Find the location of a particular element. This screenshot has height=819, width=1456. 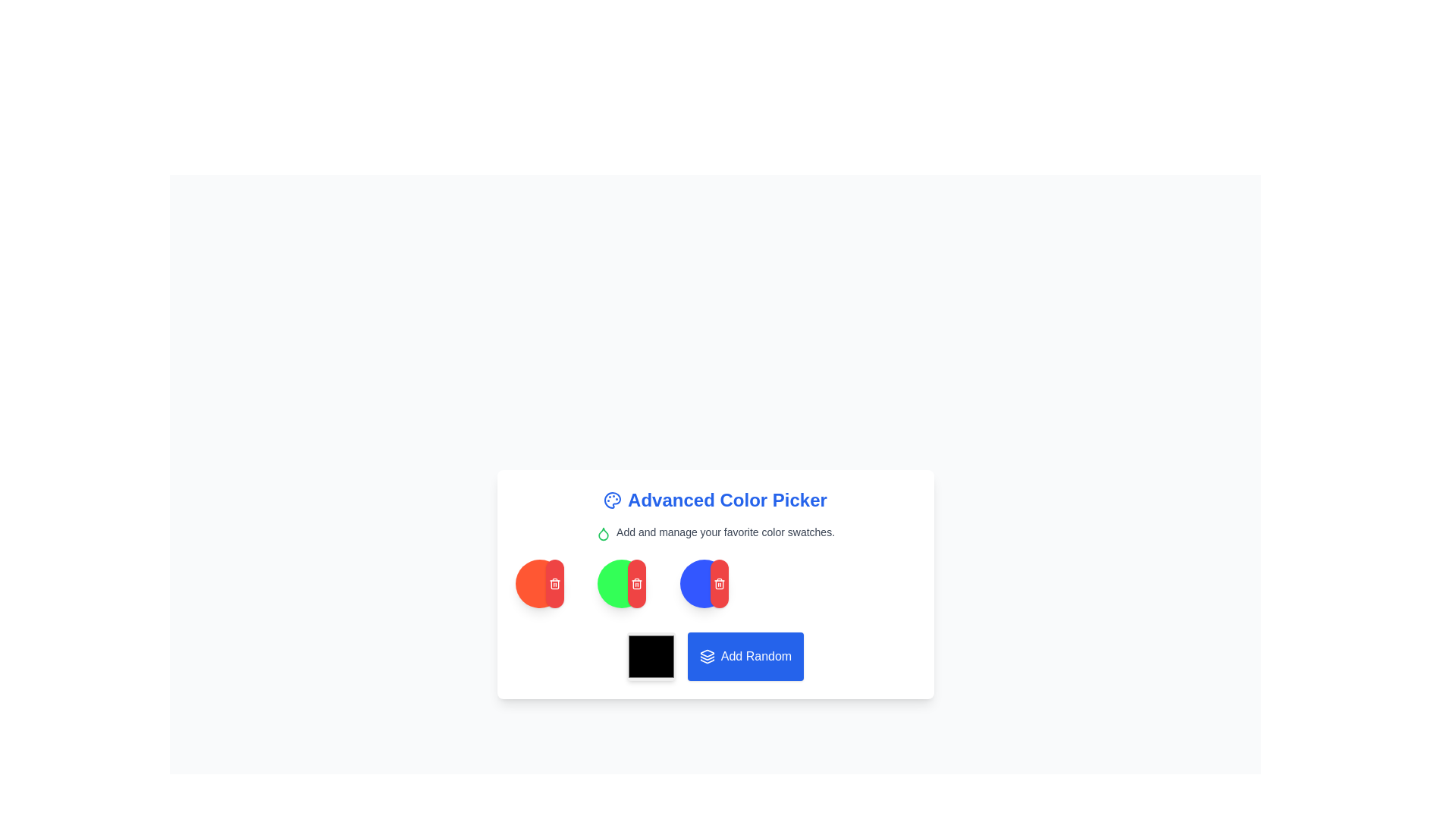

the delete button for the associated color swatch is located at coordinates (554, 582).